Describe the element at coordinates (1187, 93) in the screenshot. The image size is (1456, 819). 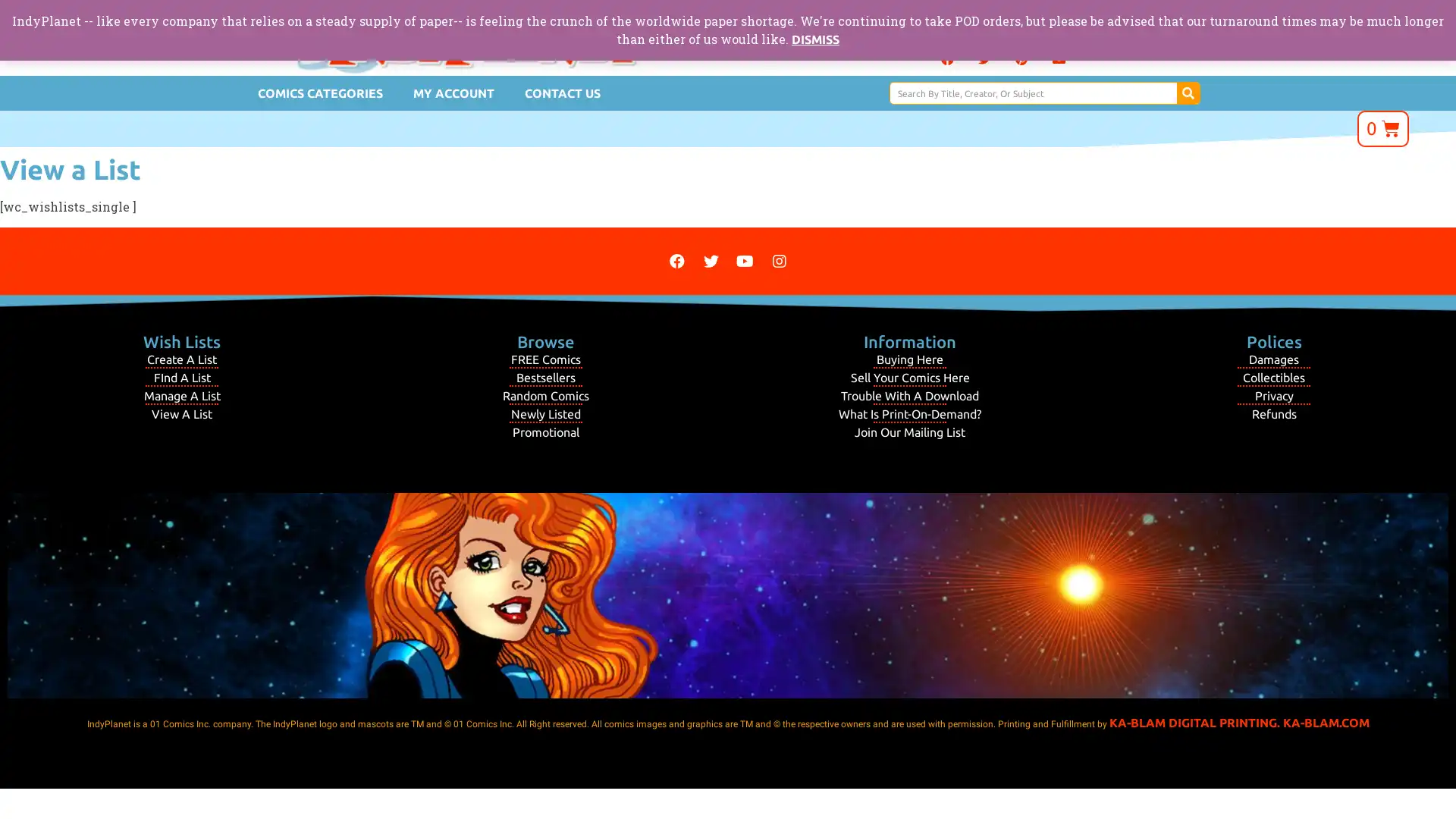
I see `Search` at that location.